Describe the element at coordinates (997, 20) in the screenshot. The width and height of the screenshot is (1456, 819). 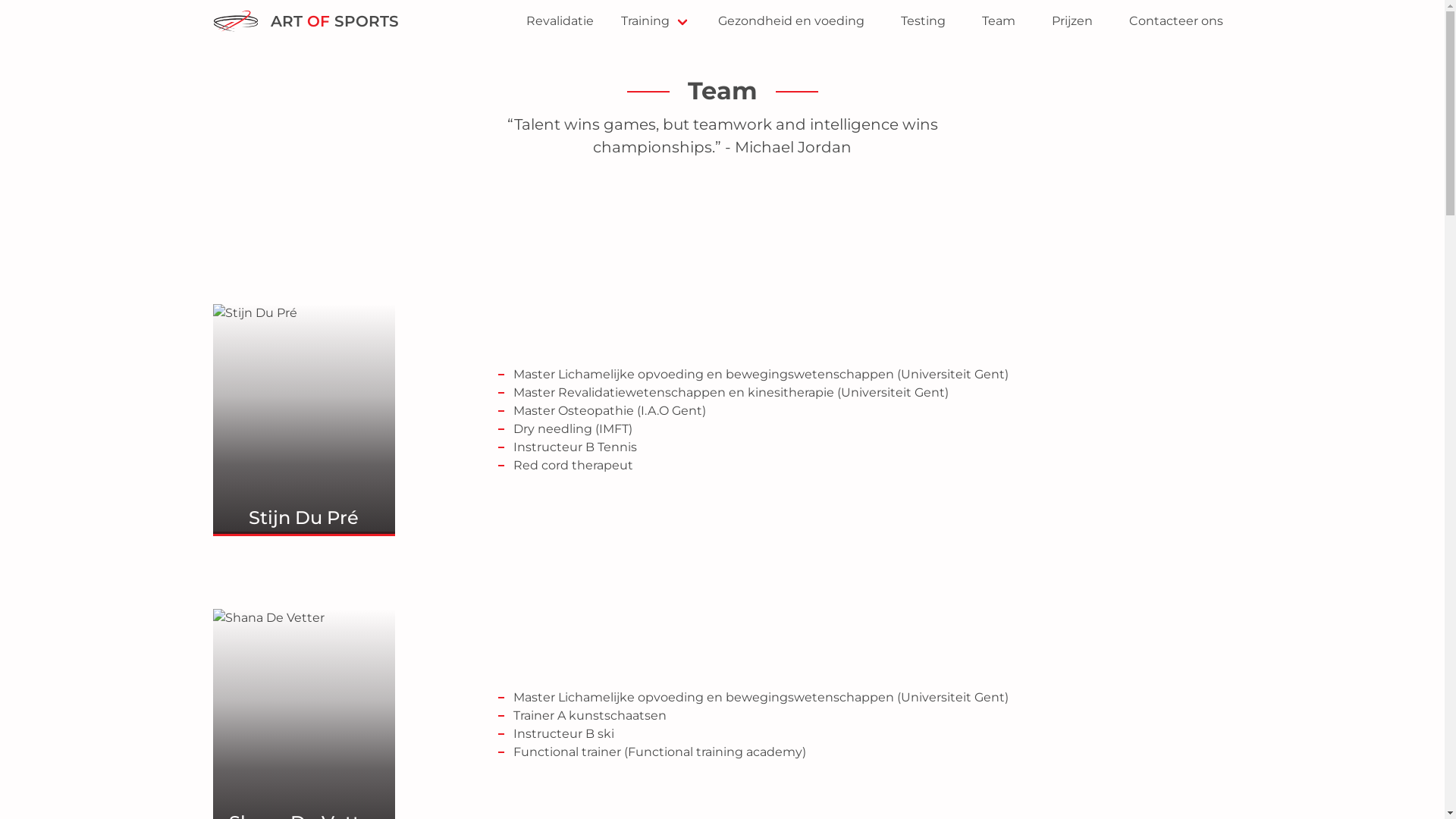
I see `'Team'` at that location.